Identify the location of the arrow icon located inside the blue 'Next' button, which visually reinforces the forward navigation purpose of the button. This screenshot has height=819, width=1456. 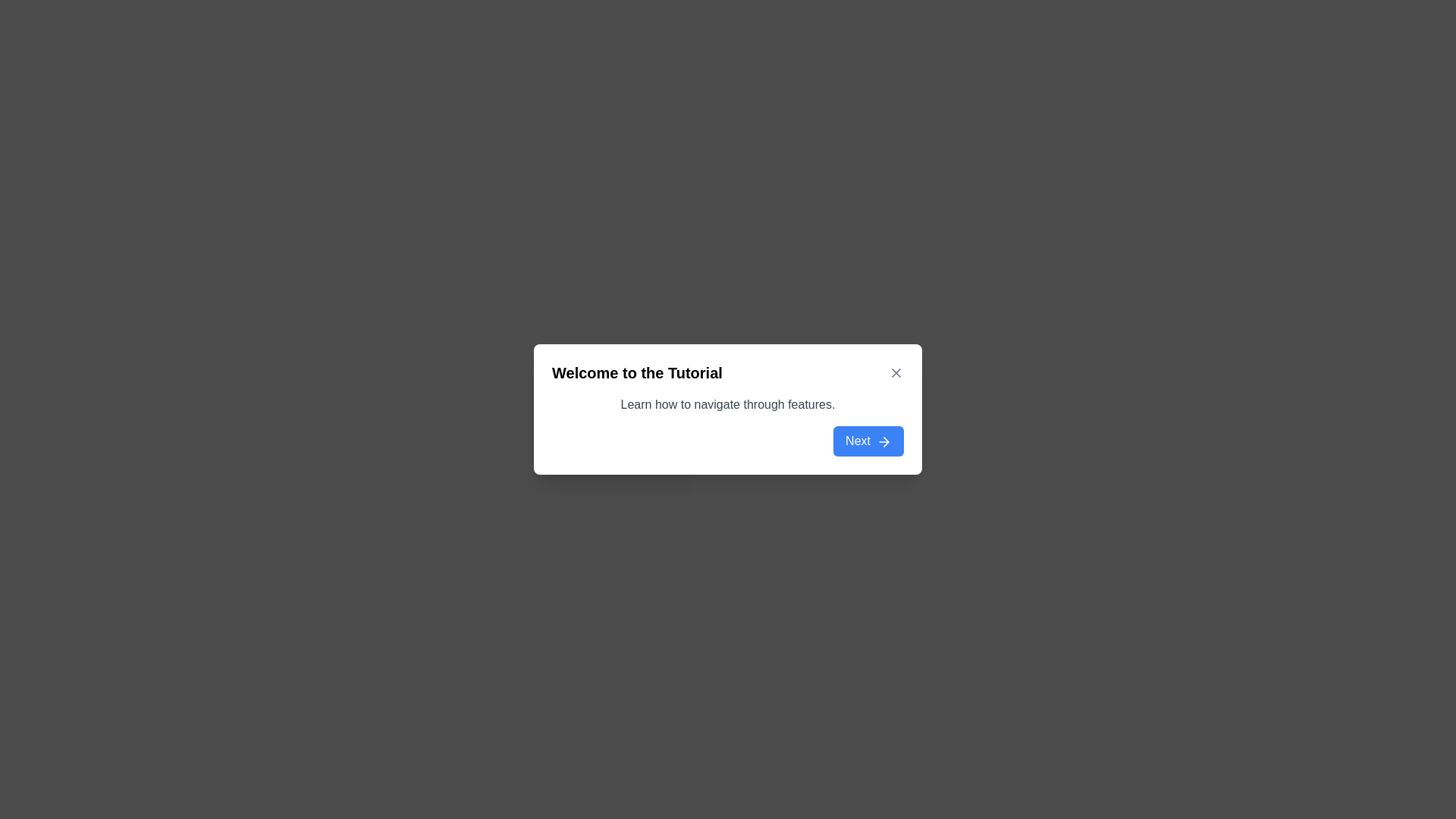
(884, 441).